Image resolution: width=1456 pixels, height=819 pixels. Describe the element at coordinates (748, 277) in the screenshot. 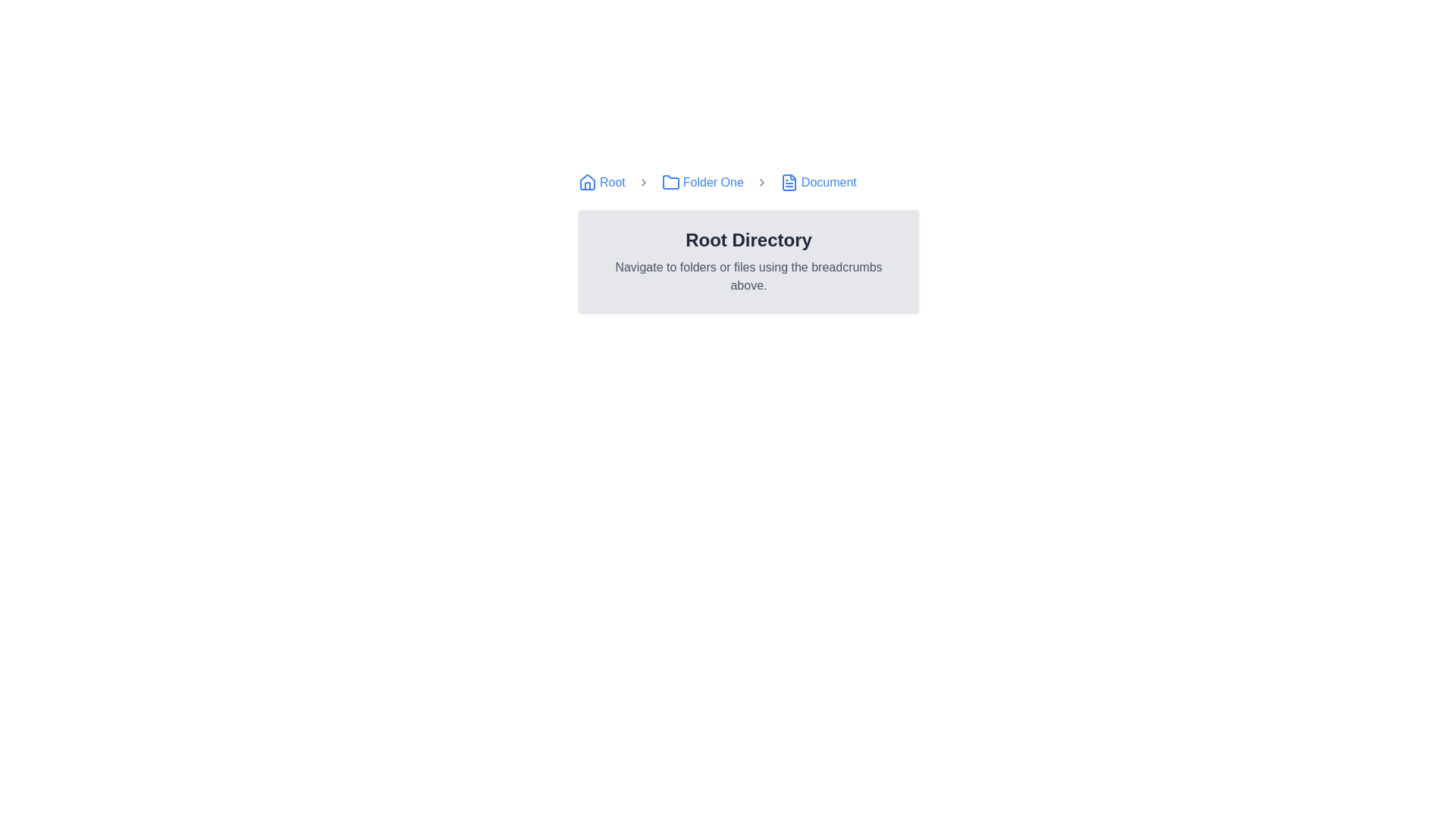

I see `the static text element that provides guidance on navigating the application, located below the 'Root Directory' heading` at that location.